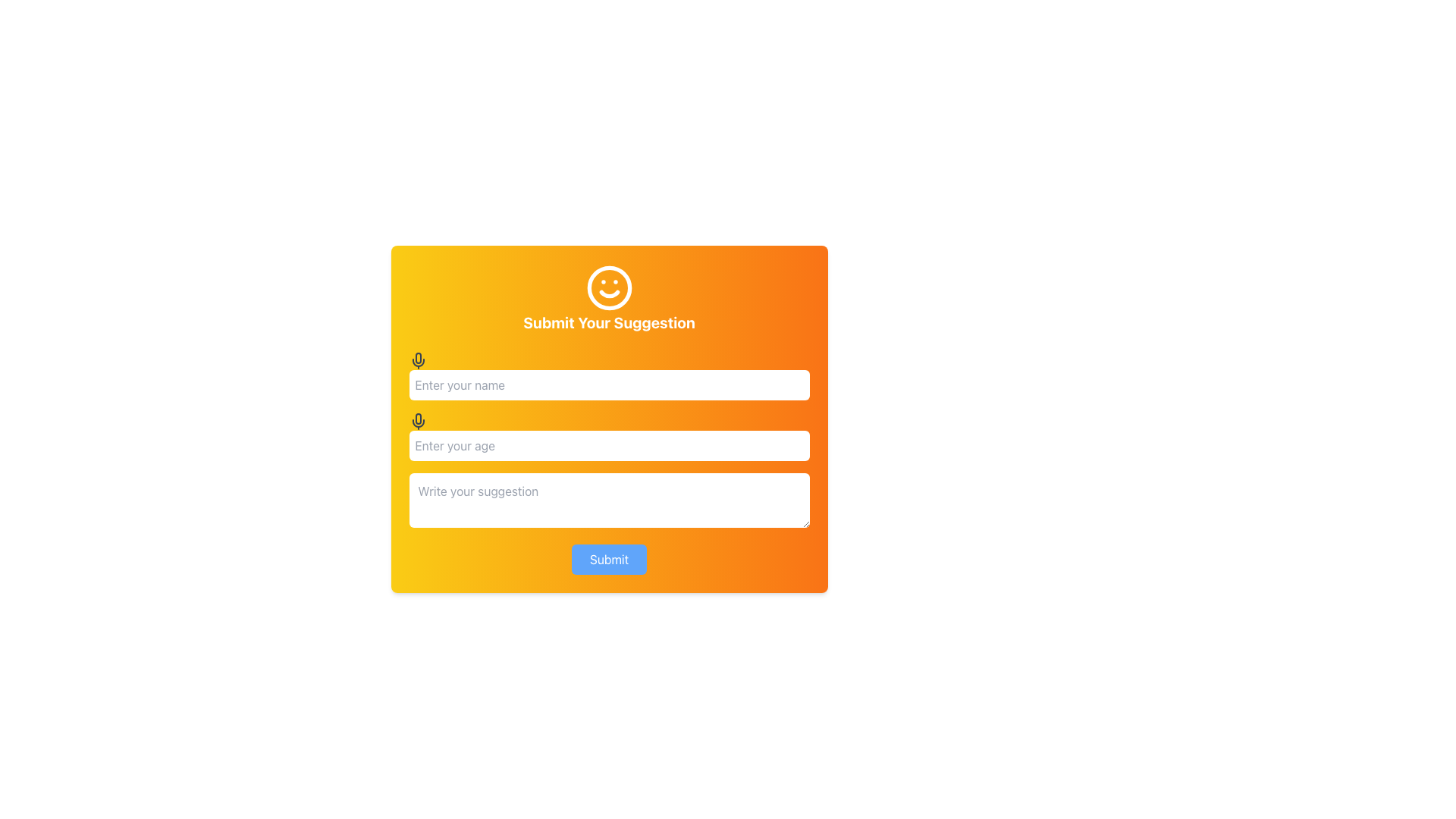 The image size is (1456, 819). Describe the element at coordinates (609, 294) in the screenshot. I see `the smiling mouth arc of the circular face icon located at the center-top position of the interface` at that location.